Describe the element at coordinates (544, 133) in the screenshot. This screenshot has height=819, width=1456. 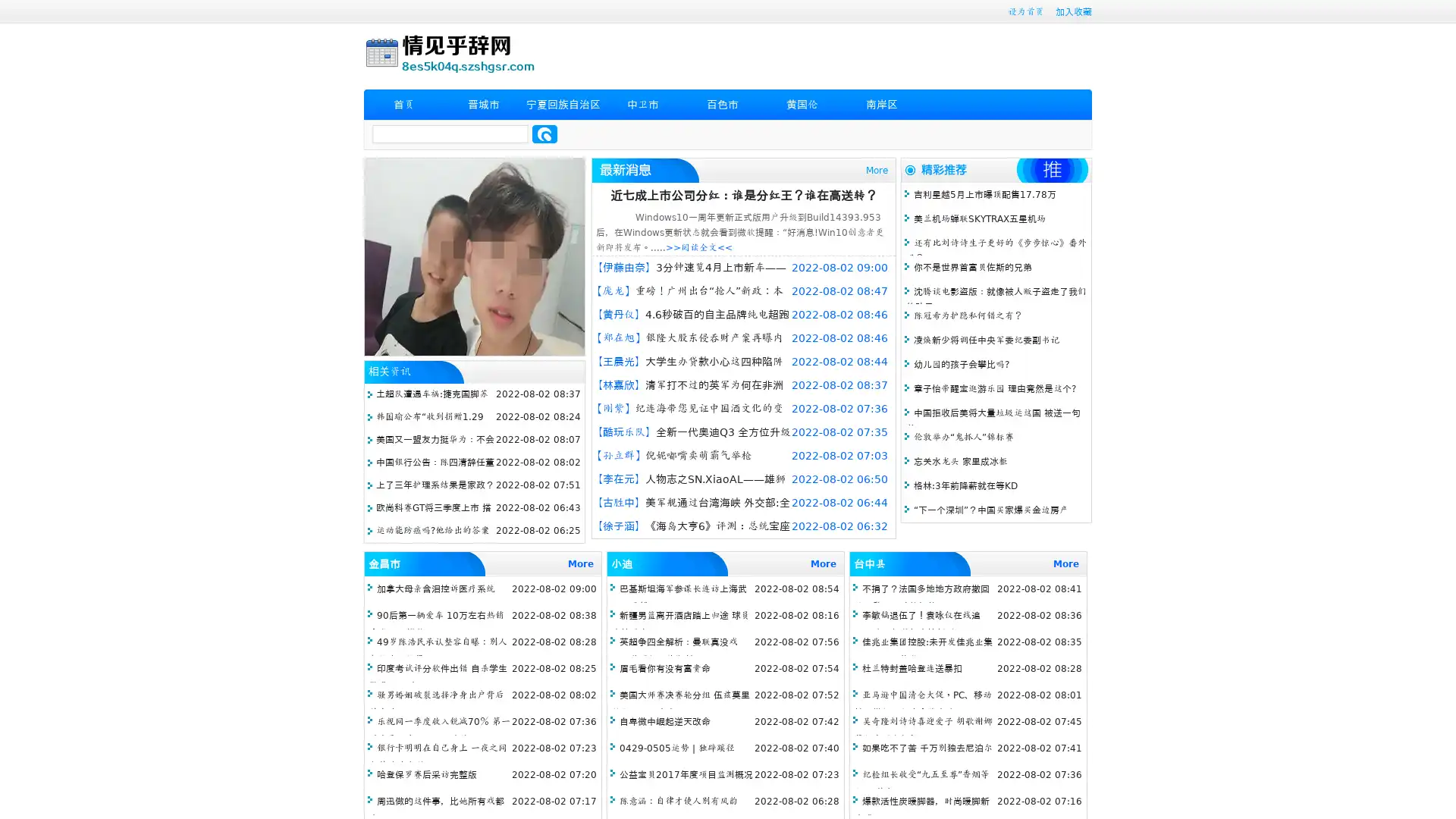
I see `Search` at that location.